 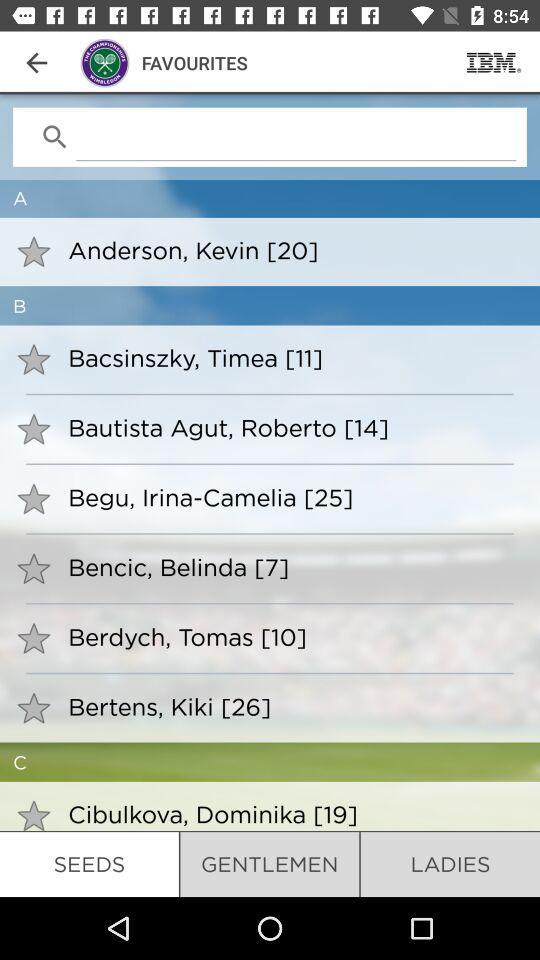 What do you see at coordinates (290, 814) in the screenshot?
I see `the icon below c item` at bounding box center [290, 814].